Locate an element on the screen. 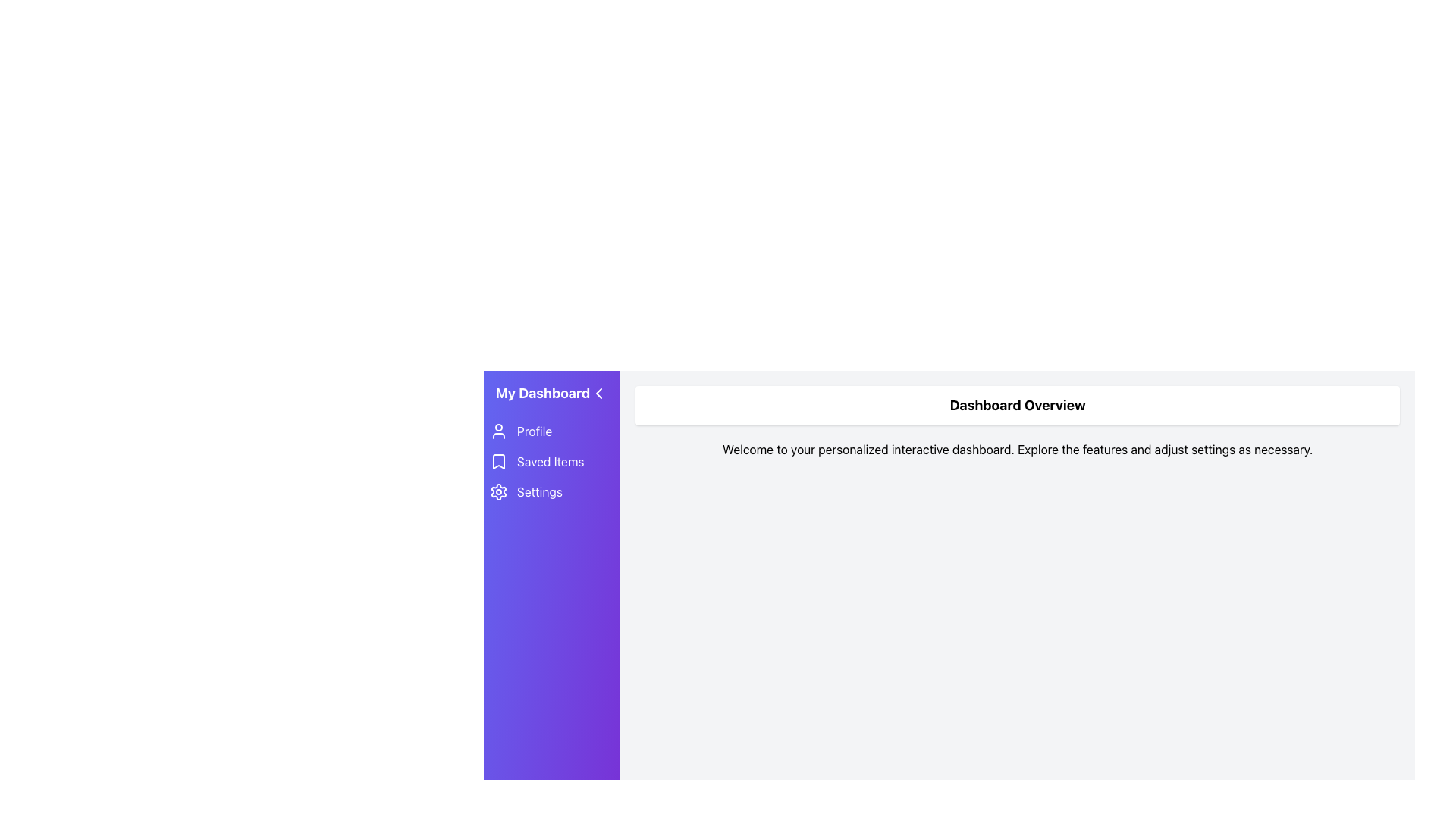  the text element displaying the message 'Welcome to your personalized interactive dashboard.' which is located directly beneath the 'Dashboard Overview' heading is located at coordinates (1018, 449).